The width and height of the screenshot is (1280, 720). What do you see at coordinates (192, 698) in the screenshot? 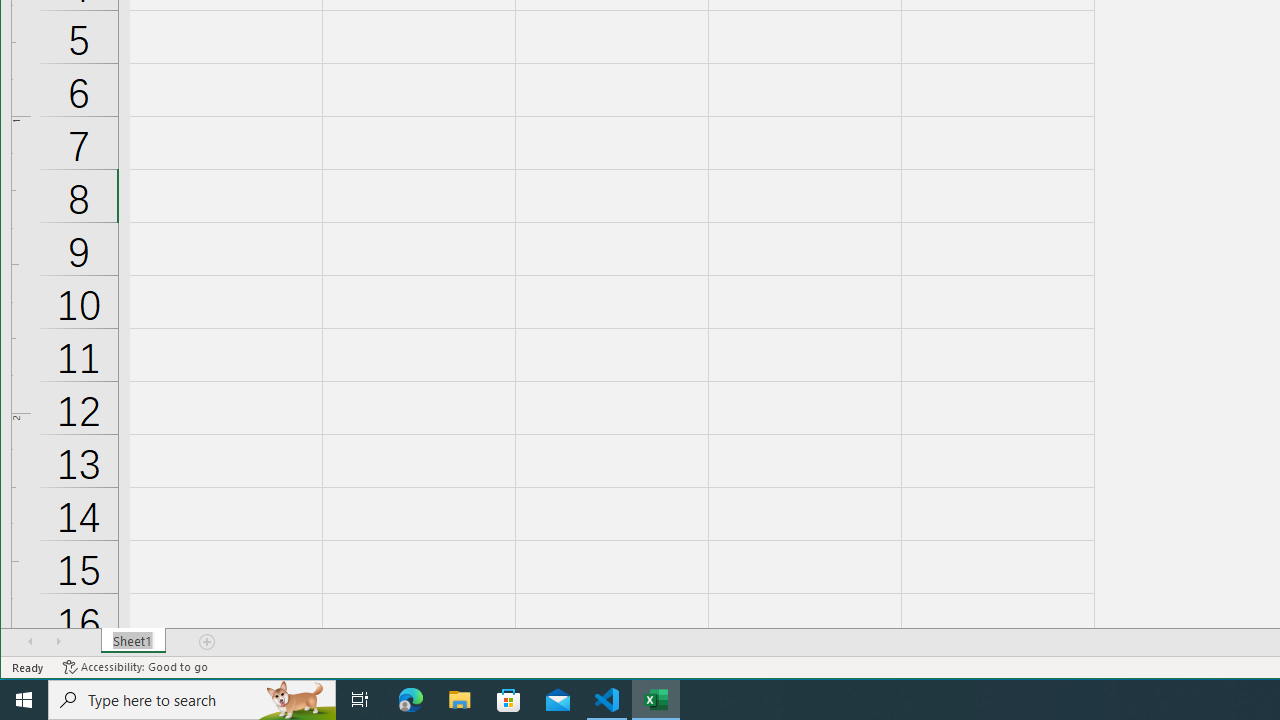
I see `'Type here to search'` at bounding box center [192, 698].